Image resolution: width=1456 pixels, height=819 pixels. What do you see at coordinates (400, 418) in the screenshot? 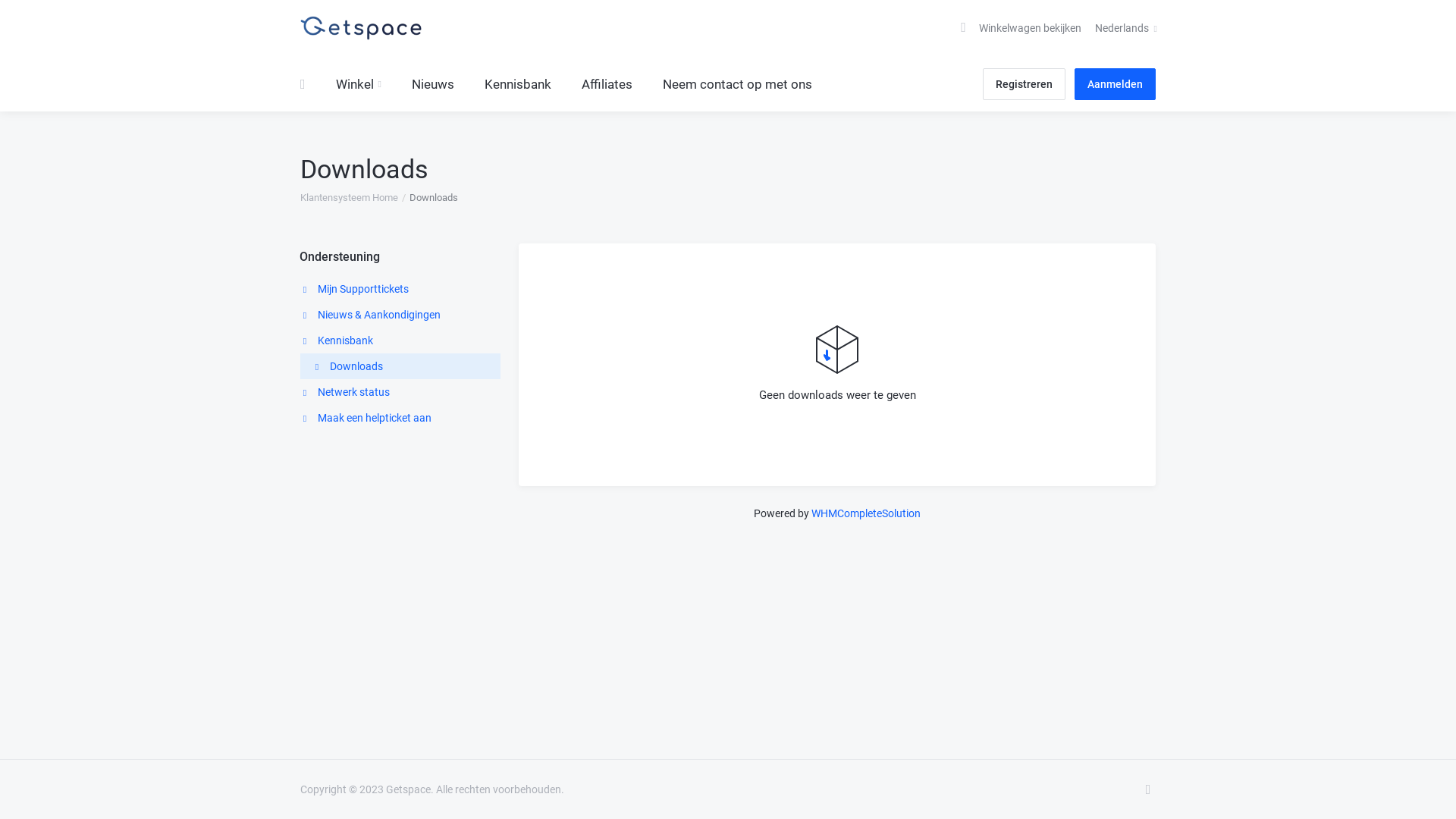
I see `'Maak een helpticket aan'` at bounding box center [400, 418].